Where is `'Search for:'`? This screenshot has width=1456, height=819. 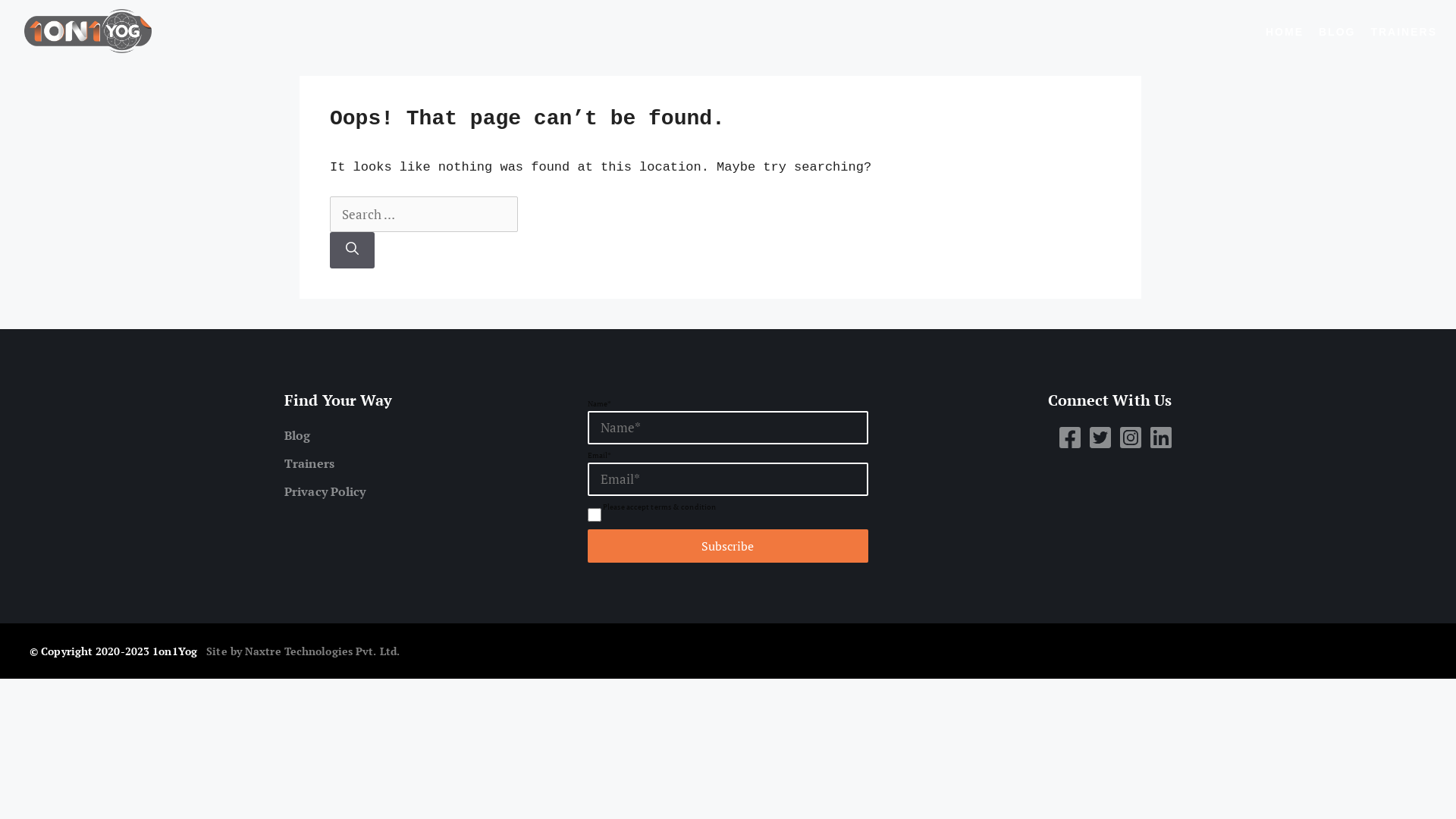 'Search for:' is located at coordinates (423, 214).